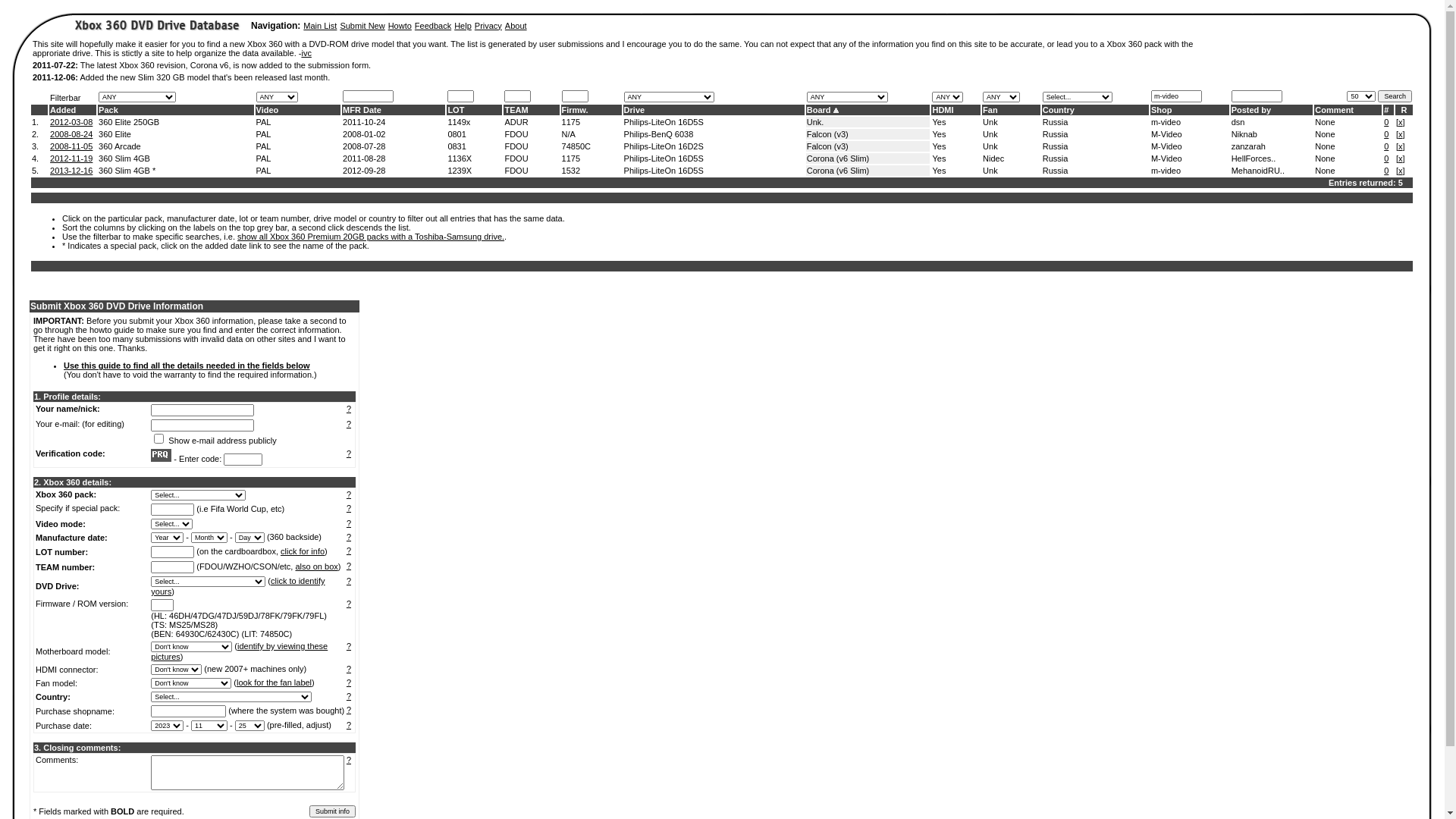  Describe the element at coordinates (71, 121) in the screenshot. I see `'2012-03-08'` at that location.